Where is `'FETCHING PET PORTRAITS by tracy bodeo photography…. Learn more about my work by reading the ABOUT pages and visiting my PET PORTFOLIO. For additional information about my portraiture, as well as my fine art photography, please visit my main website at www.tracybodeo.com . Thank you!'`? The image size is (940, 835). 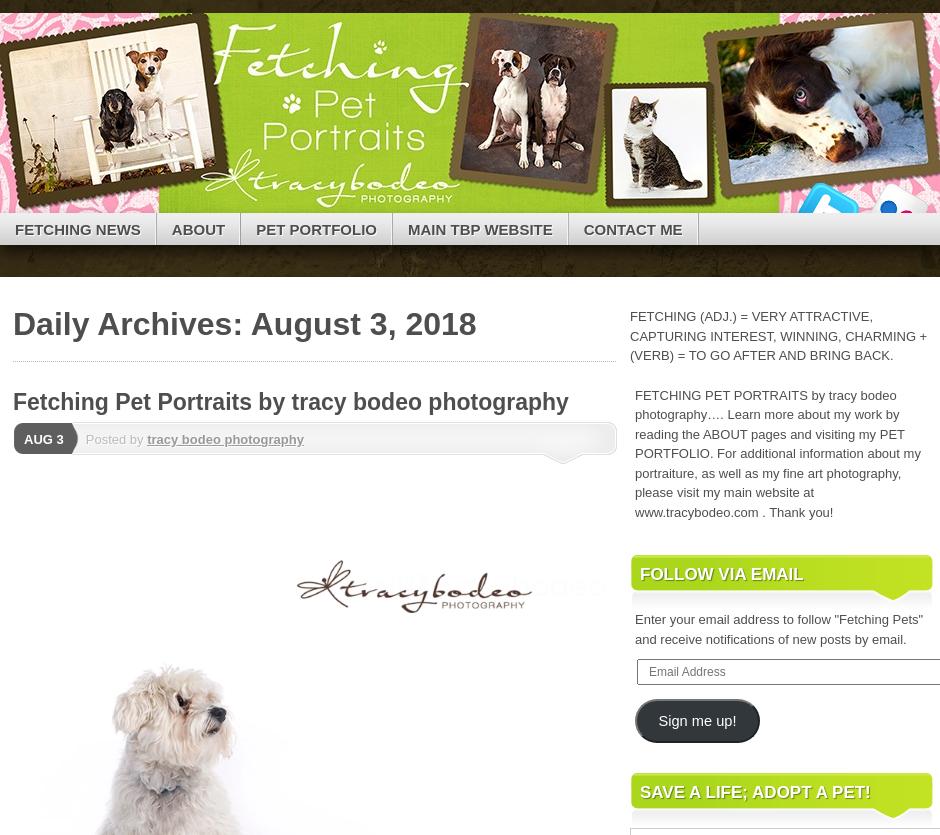
'FETCHING PET PORTRAITS by tracy bodeo photography…. Learn more about my work by reading the ABOUT pages and visiting my PET PORTFOLIO. For additional information about my portraiture, as well as my fine art photography, please visit my main website at www.tracybodeo.com . Thank you!' is located at coordinates (776, 451).